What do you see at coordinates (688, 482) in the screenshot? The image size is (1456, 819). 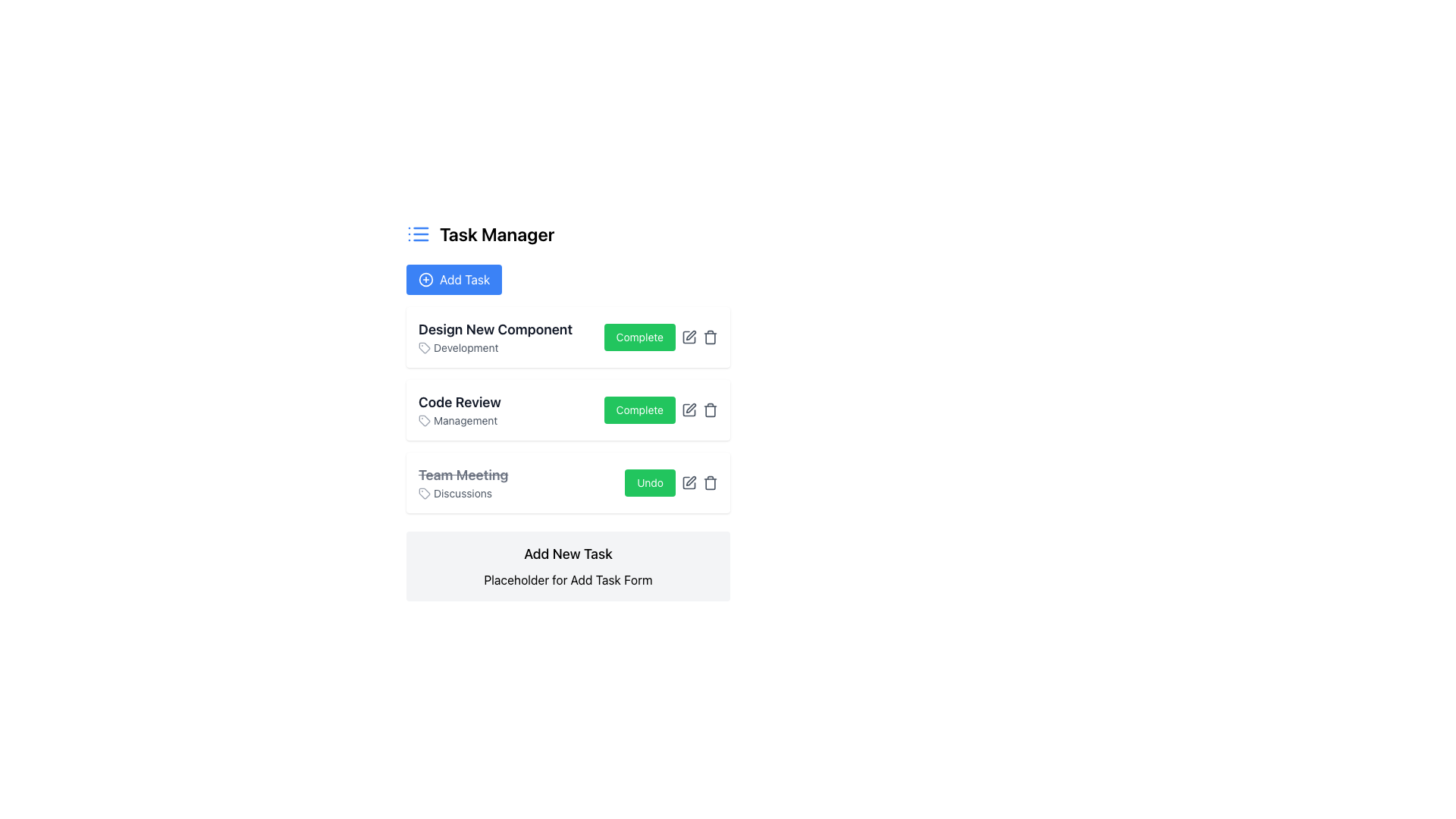 I see `the gray pen icon button located to the right of the green 'Undo' button in the 'Team Meeting' task row` at bounding box center [688, 482].